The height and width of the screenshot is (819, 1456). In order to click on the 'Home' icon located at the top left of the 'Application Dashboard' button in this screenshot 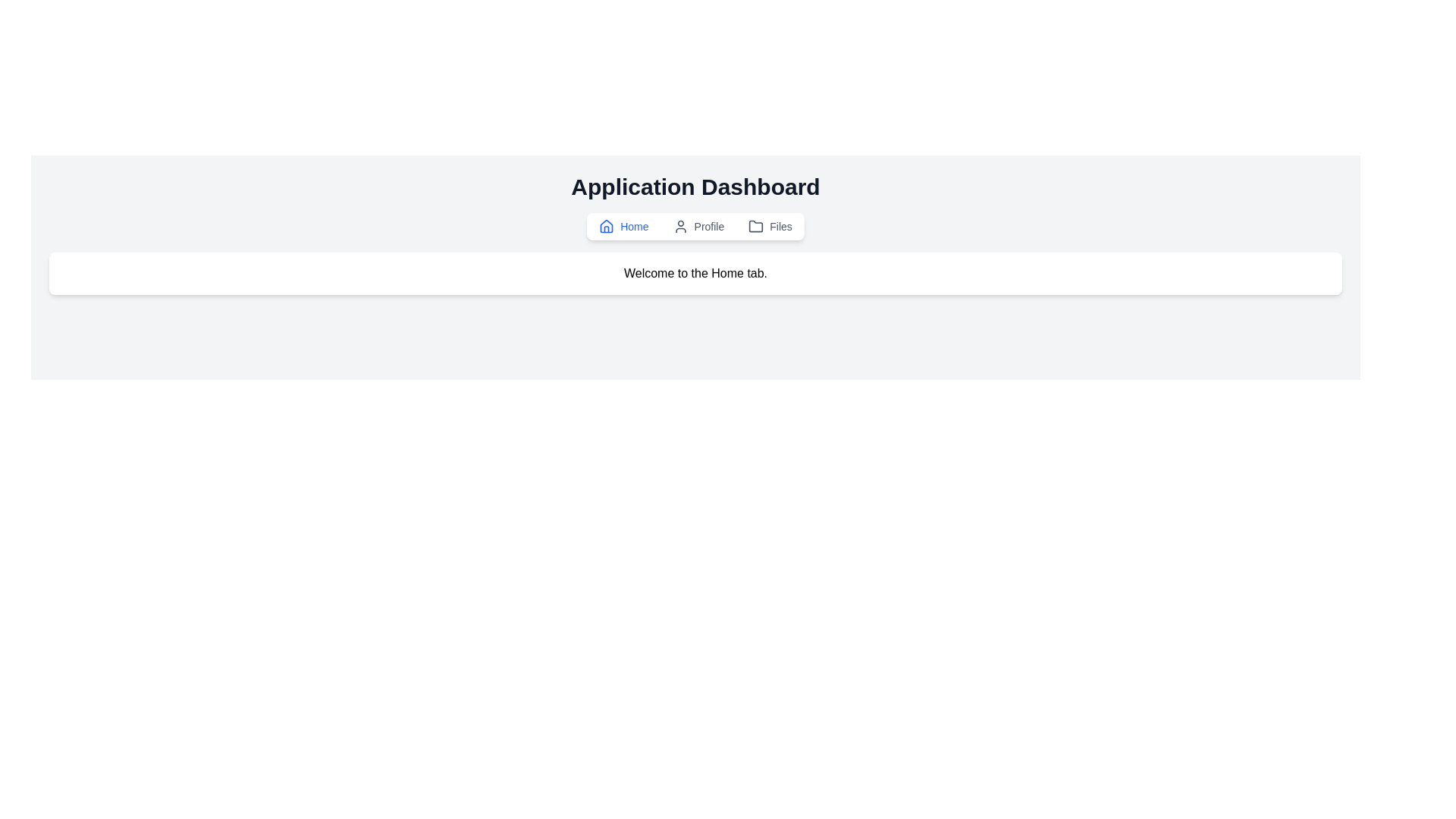, I will do `click(607, 227)`.